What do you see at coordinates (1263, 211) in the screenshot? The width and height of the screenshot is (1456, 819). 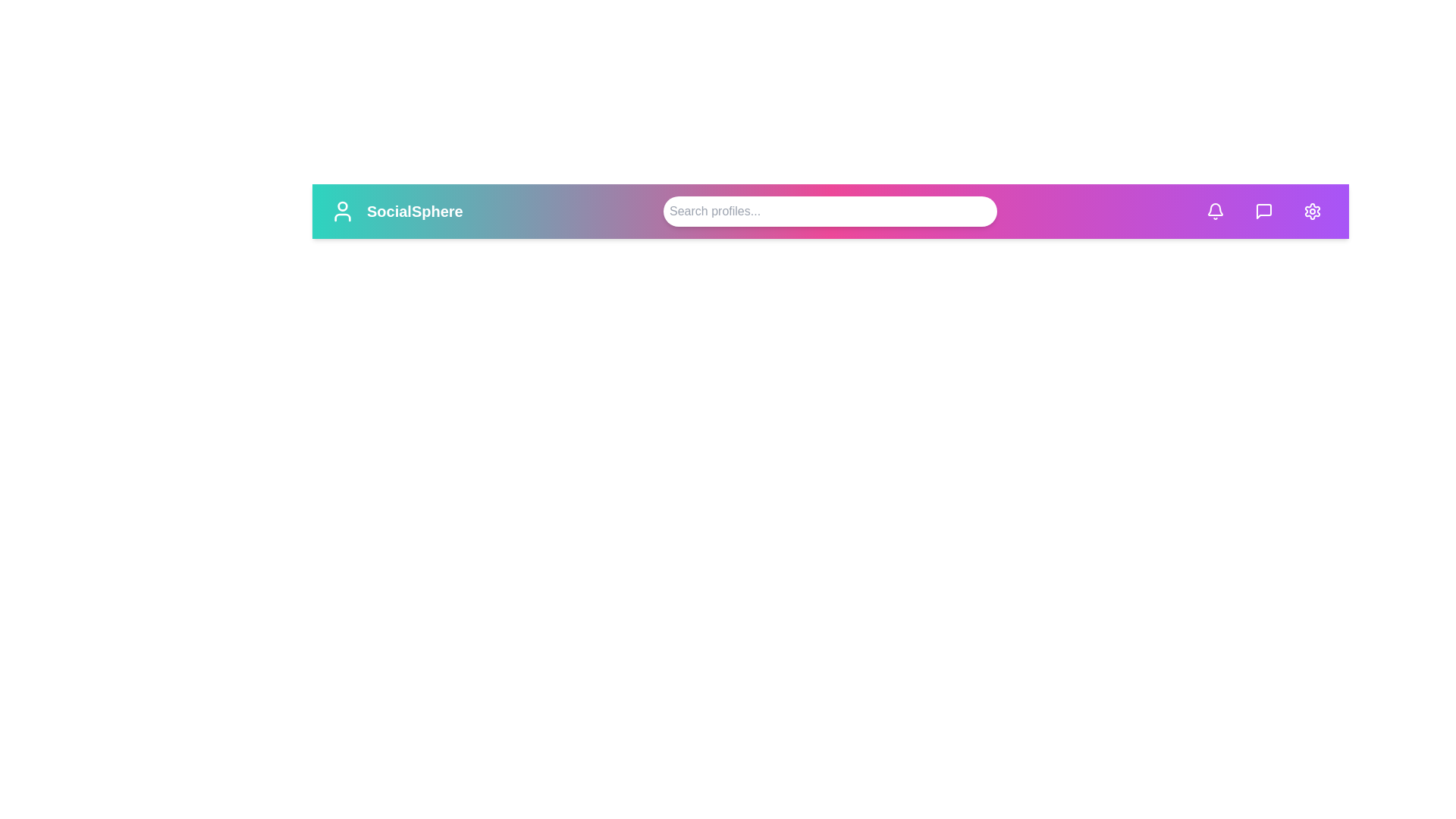 I see `the message icon to open the messages section` at bounding box center [1263, 211].